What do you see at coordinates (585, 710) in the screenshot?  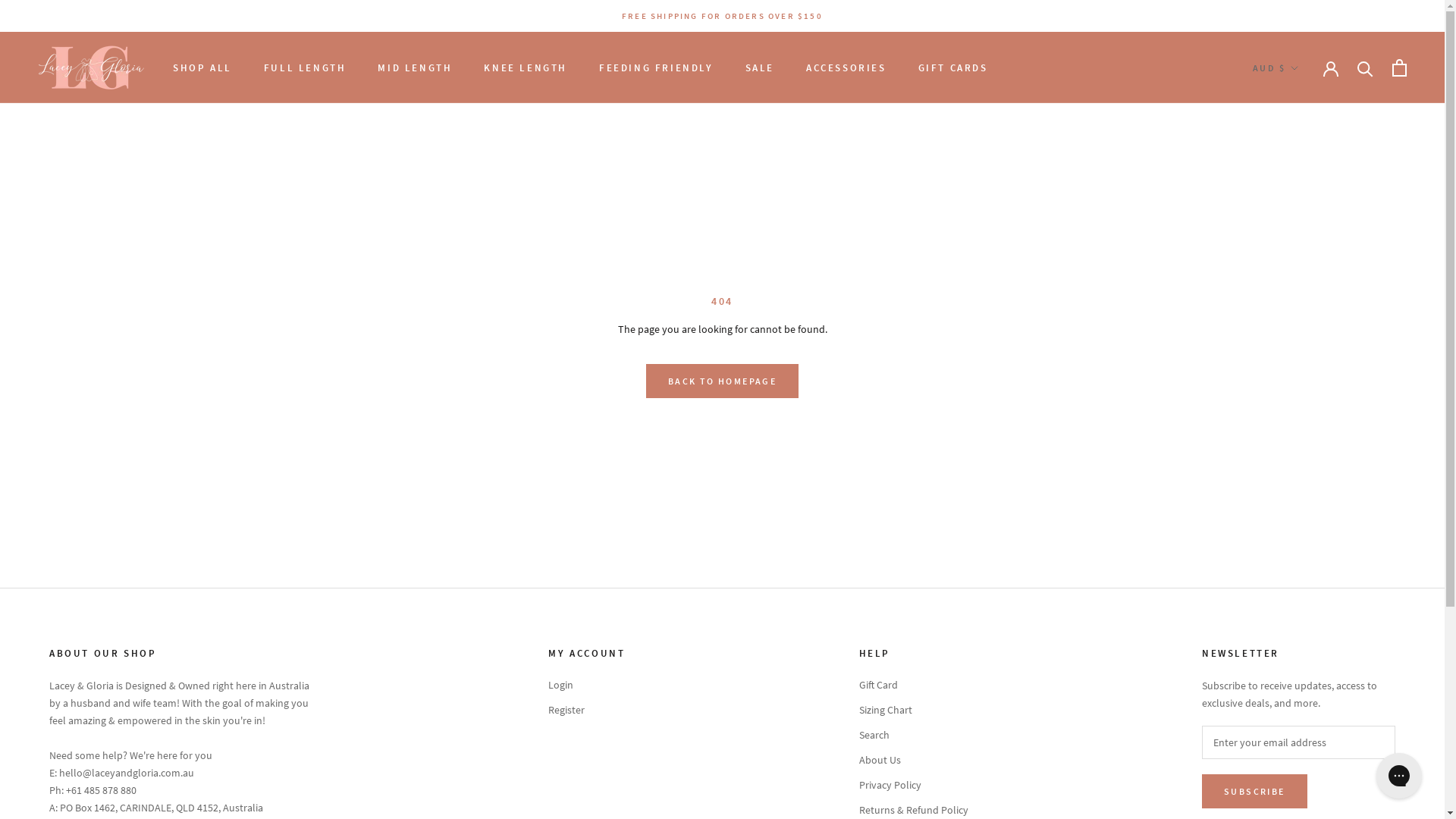 I see `'Register'` at bounding box center [585, 710].